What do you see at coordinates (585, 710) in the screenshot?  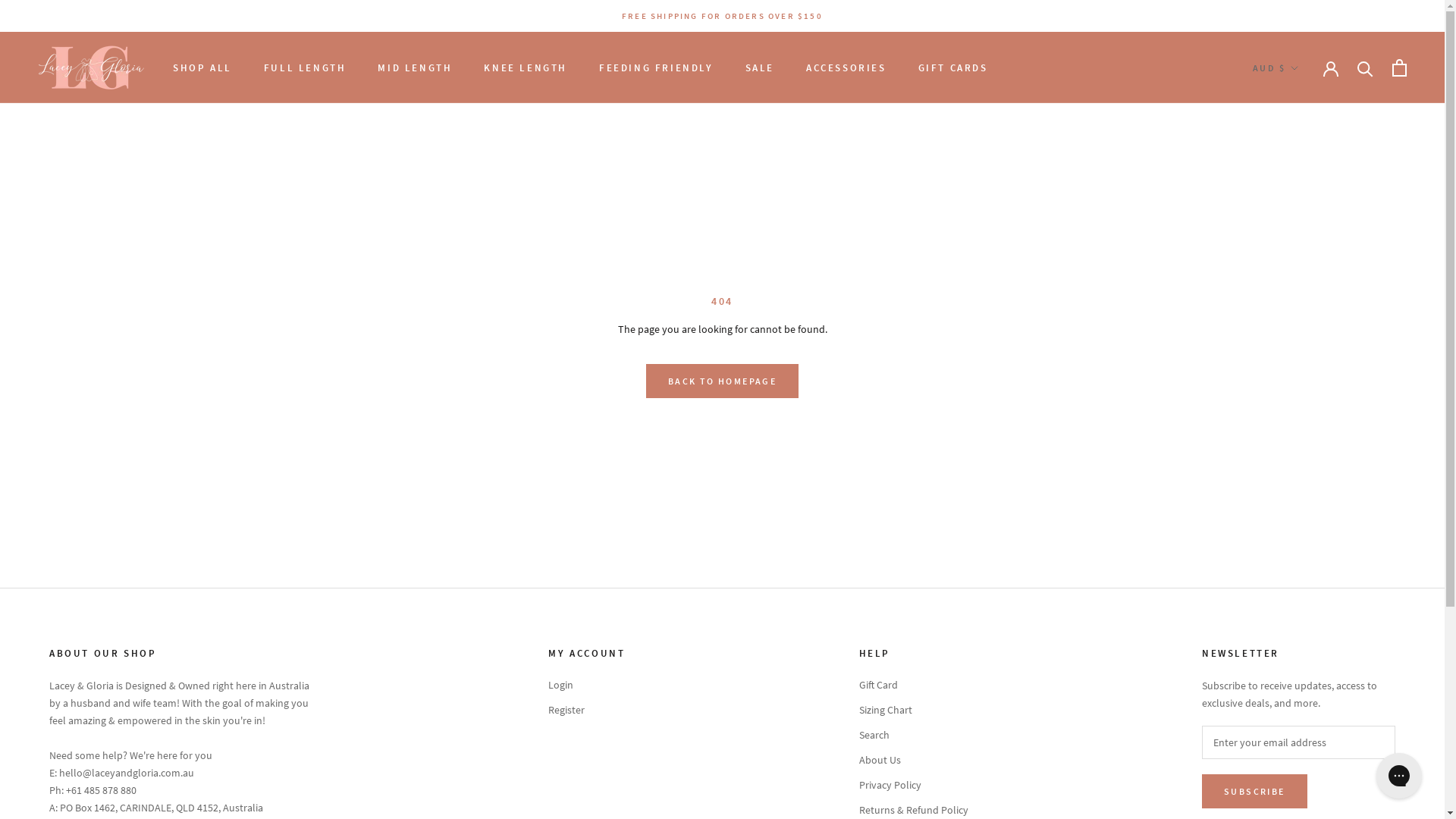 I see `'Register'` at bounding box center [585, 710].